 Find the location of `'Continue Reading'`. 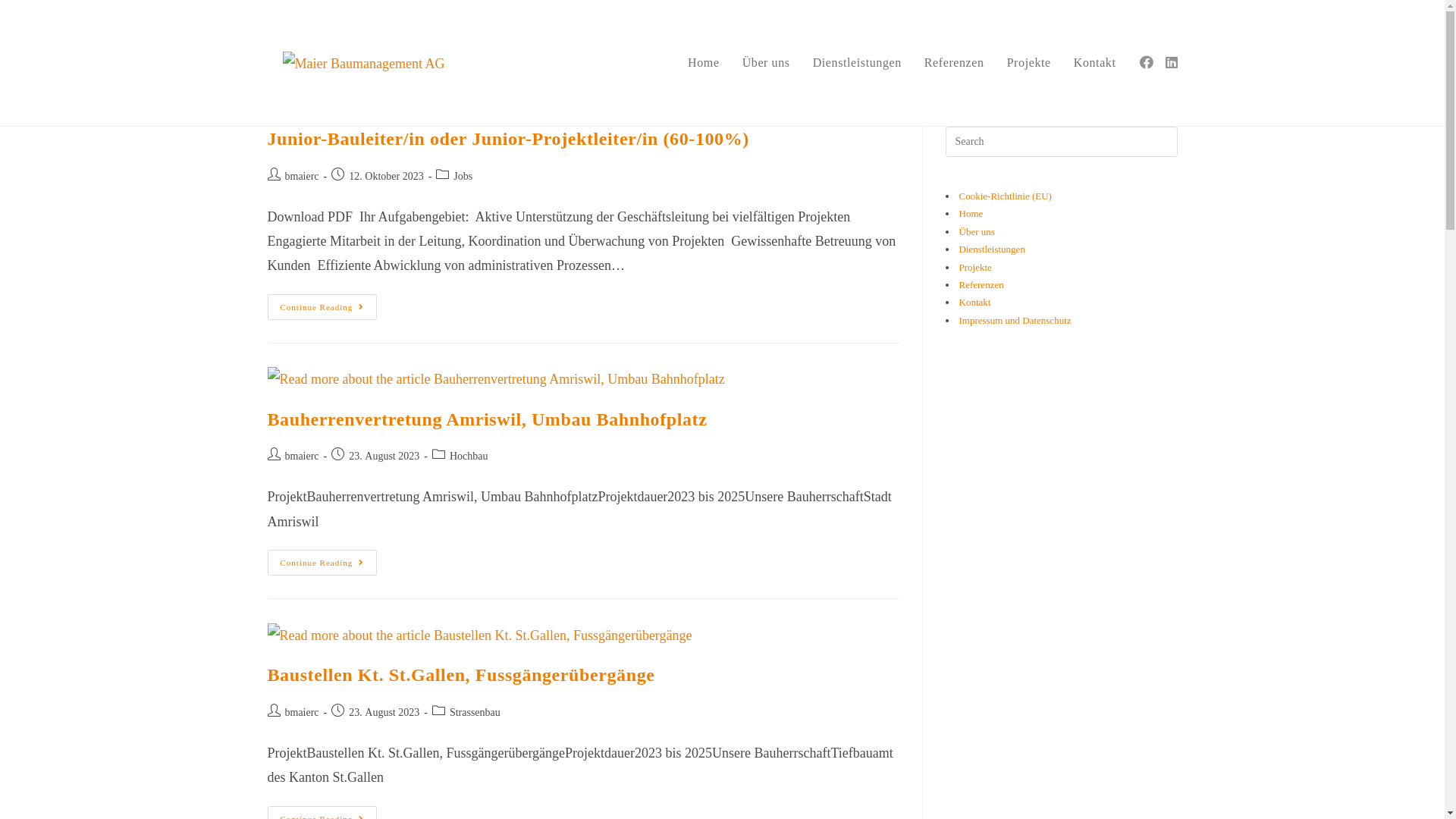

'Continue Reading' is located at coordinates (321, 307).